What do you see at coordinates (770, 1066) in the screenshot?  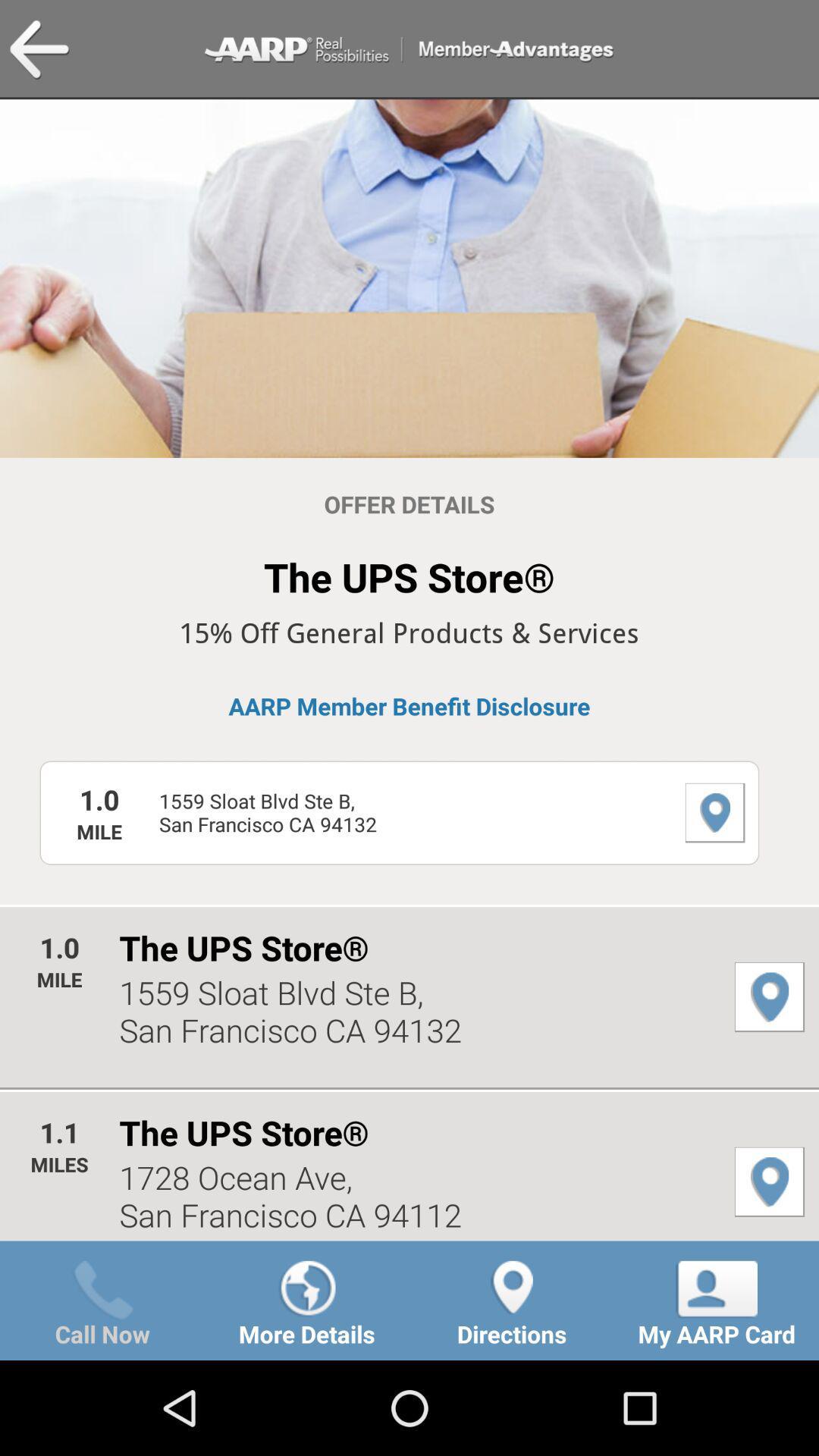 I see `the location icon` at bounding box center [770, 1066].